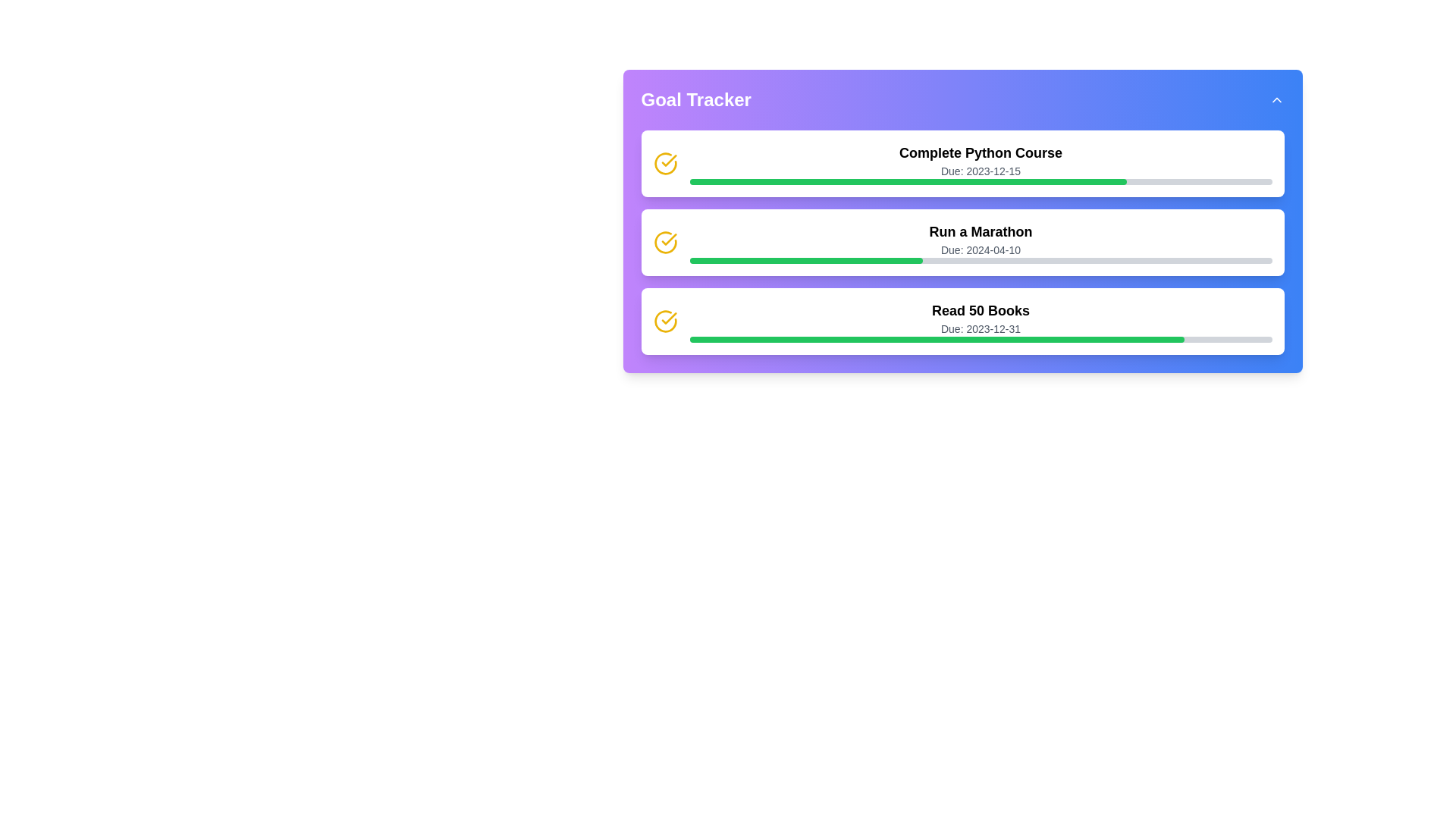 This screenshot has height=819, width=1456. What do you see at coordinates (665, 242) in the screenshot?
I see `the circular icon with a yellow border and a check mark, located at the top-left section of the 'Run a Marathon' card` at bounding box center [665, 242].